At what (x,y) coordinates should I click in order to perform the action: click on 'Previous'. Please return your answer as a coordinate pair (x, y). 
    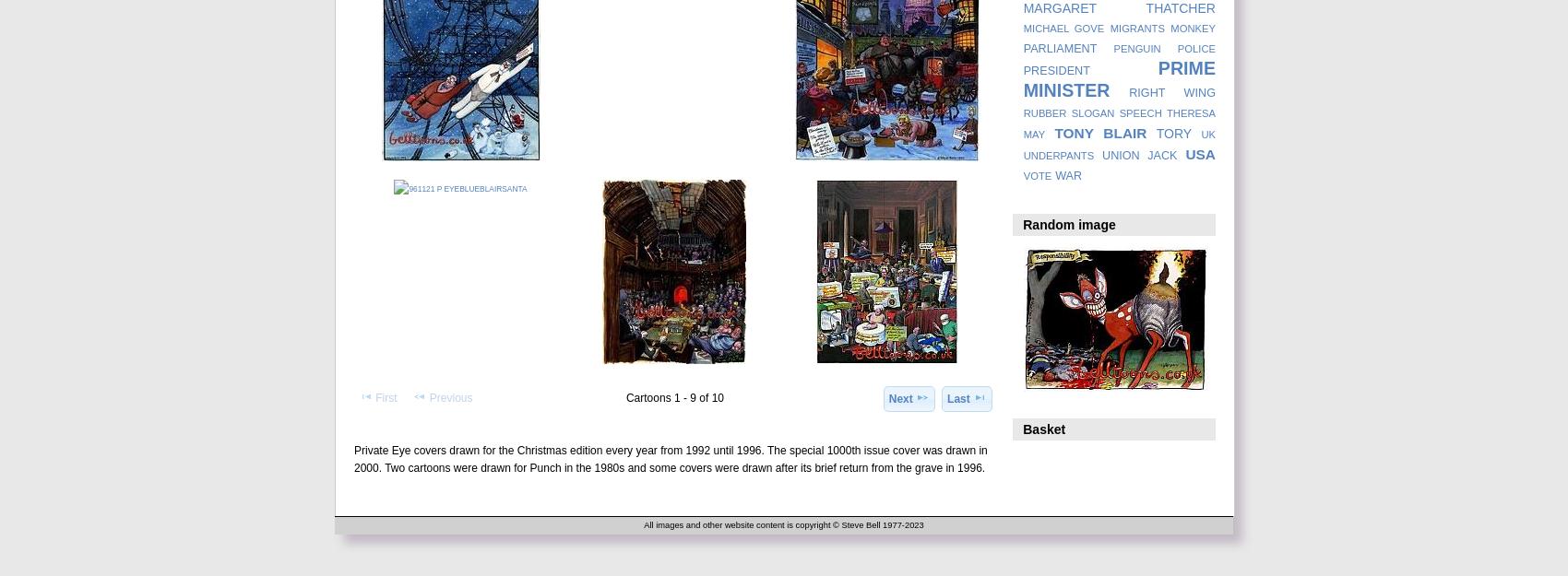
    Looking at the image, I should click on (450, 396).